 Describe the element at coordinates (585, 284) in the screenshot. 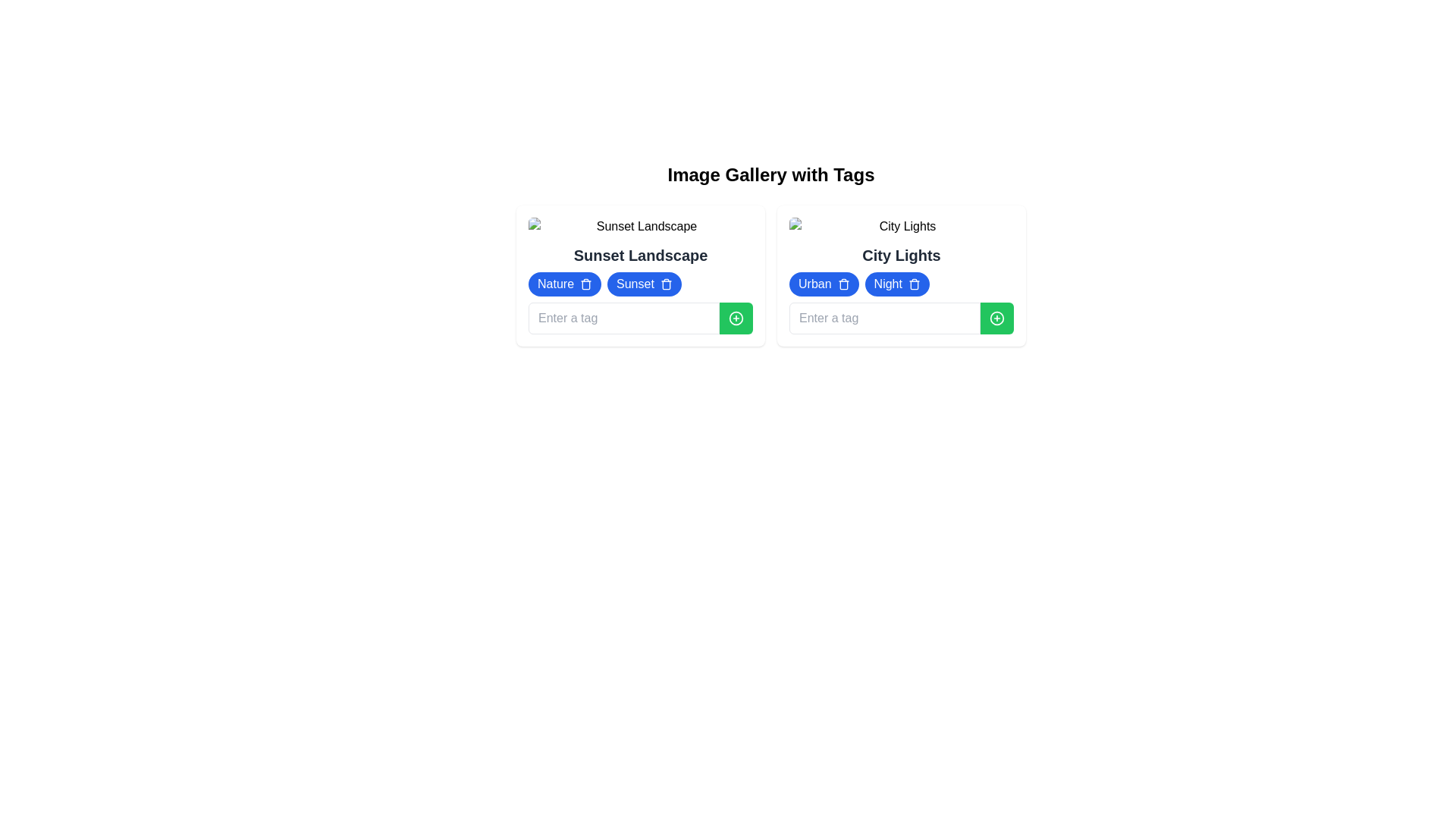

I see `the delete icon button for the 'Nature' tag located in the first card titled 'Sunset Landscape'. This button is positioned to the right of the 'Nature' label text` at that location.